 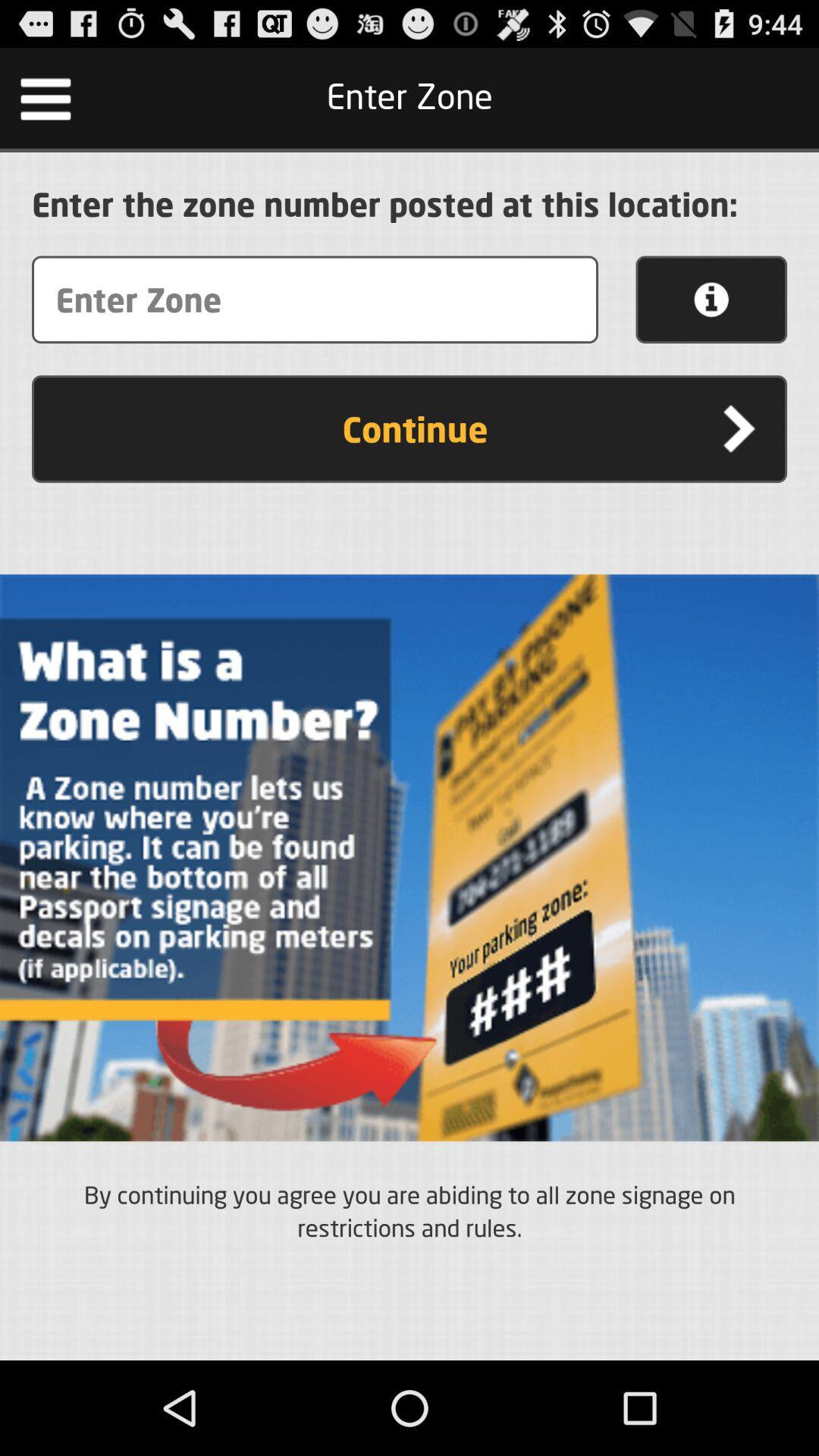 I want to click on the button above the continue button, so click(x=711, y=300).